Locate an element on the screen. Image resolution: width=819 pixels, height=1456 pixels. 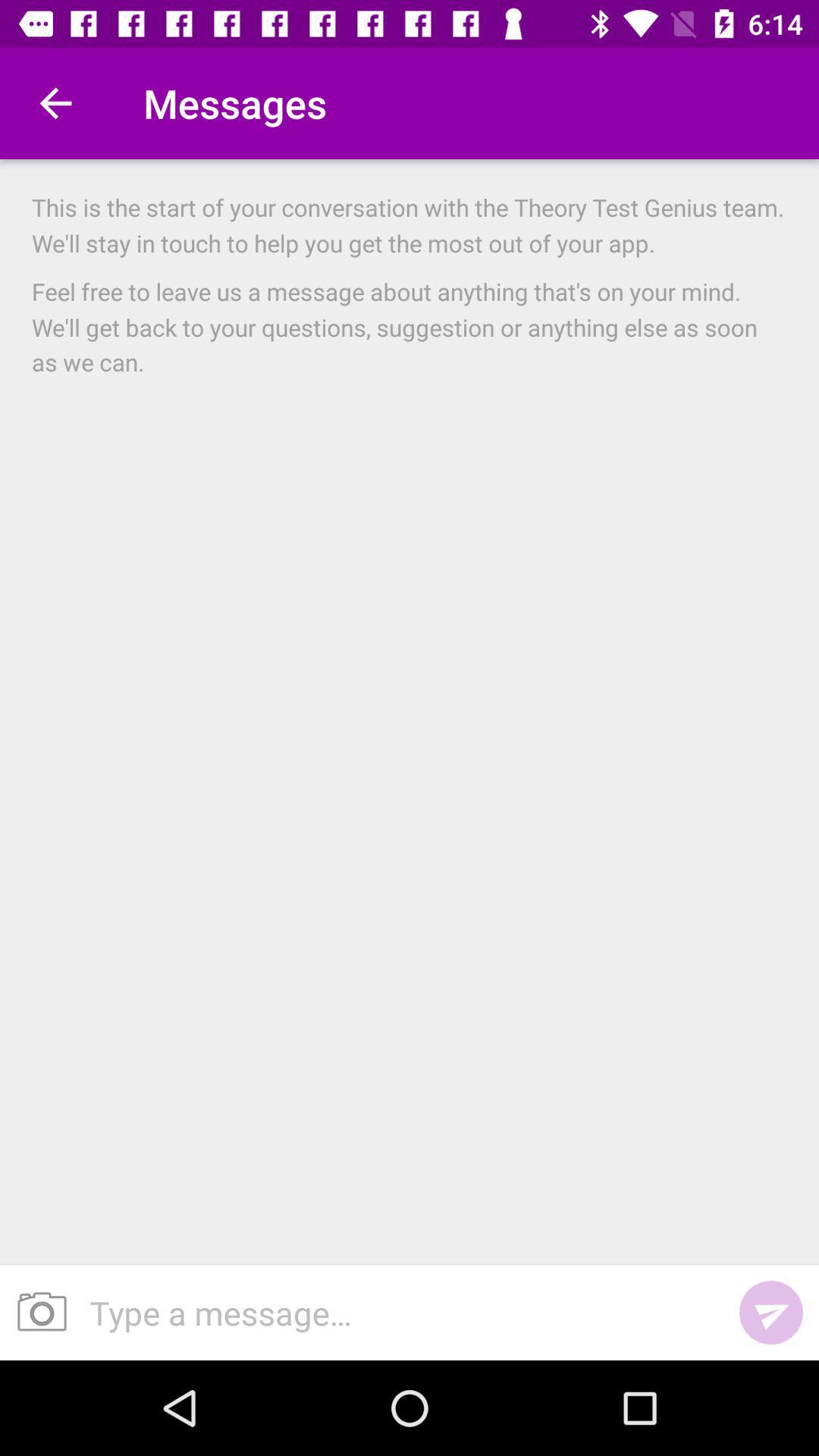
the item next to messages item is located at coordinates (55, 102).